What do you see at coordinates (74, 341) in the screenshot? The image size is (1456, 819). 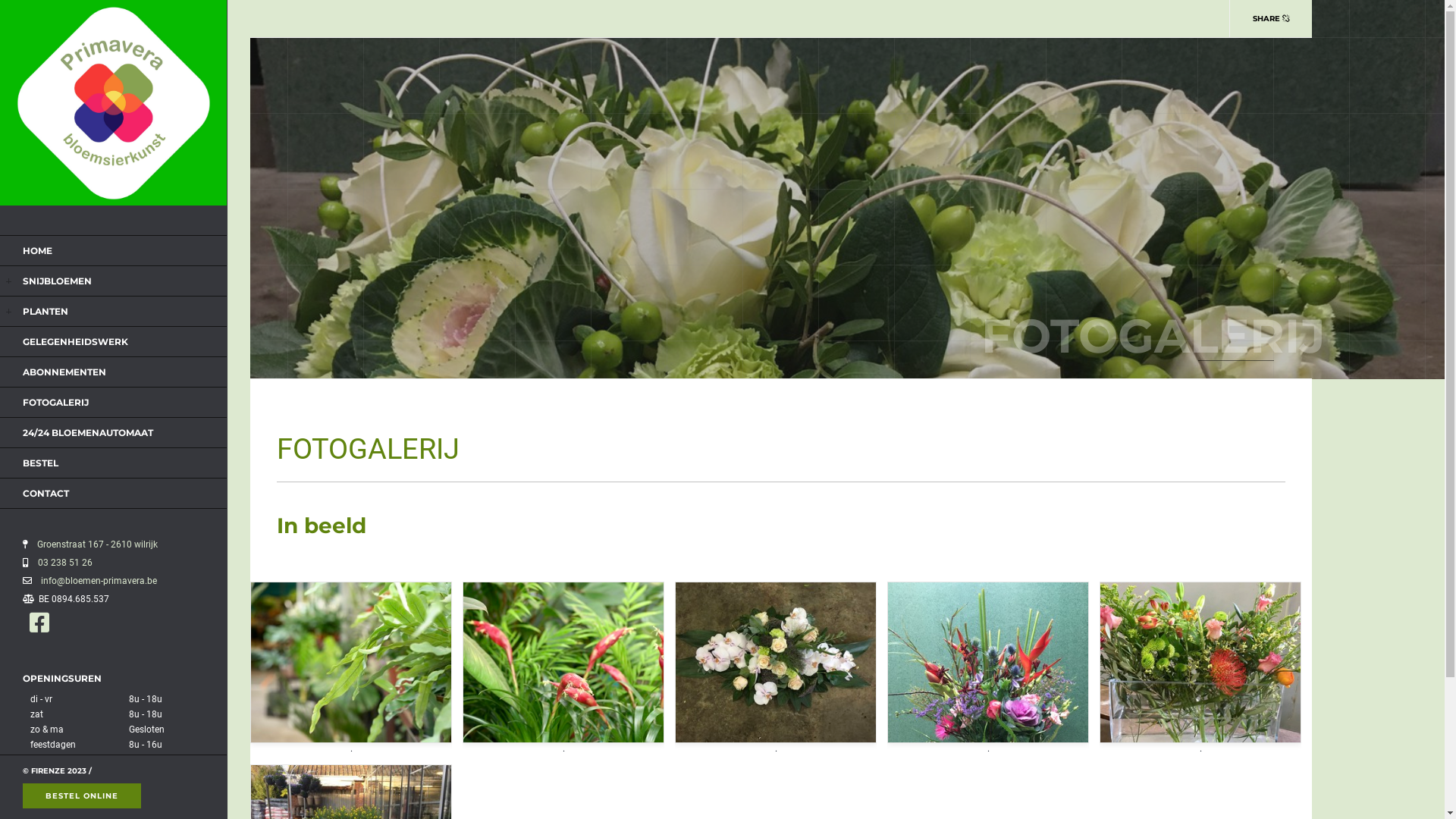 I see `'GELEGENHEIDSWERK'` at bounding box center [74, 341].